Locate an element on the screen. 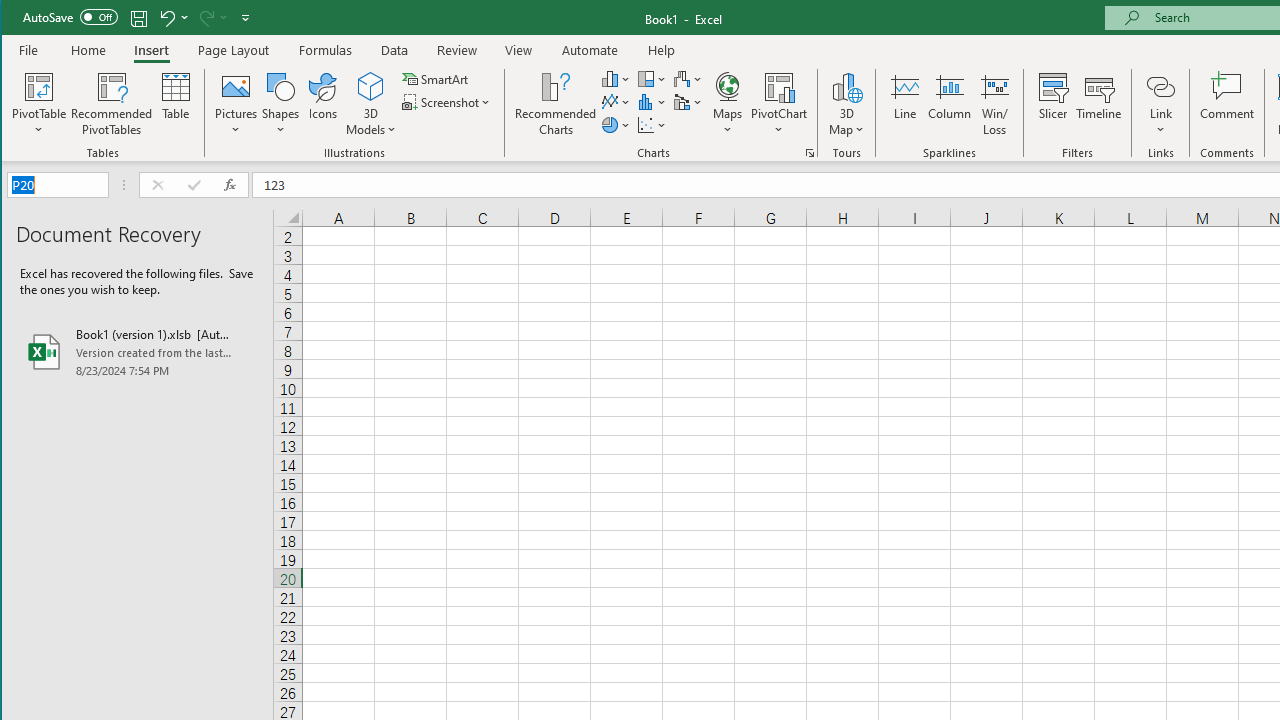 The height and width of the screenshot is (720, 1280). 'Pictures' is located at coordinates (236, 104).